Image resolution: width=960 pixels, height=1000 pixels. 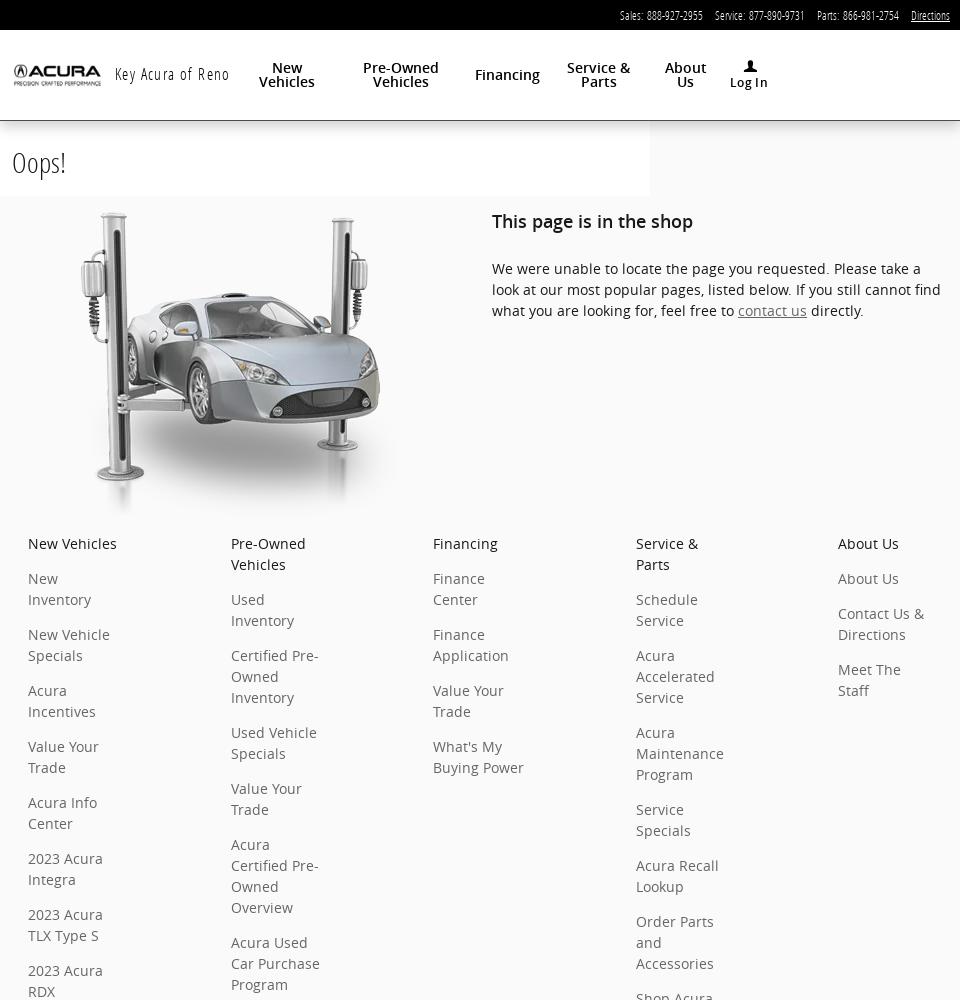 What do you see at coordinates (458, 588) in the screenshot?
I see `'Finance Center'` at bounding box center [458, 588].